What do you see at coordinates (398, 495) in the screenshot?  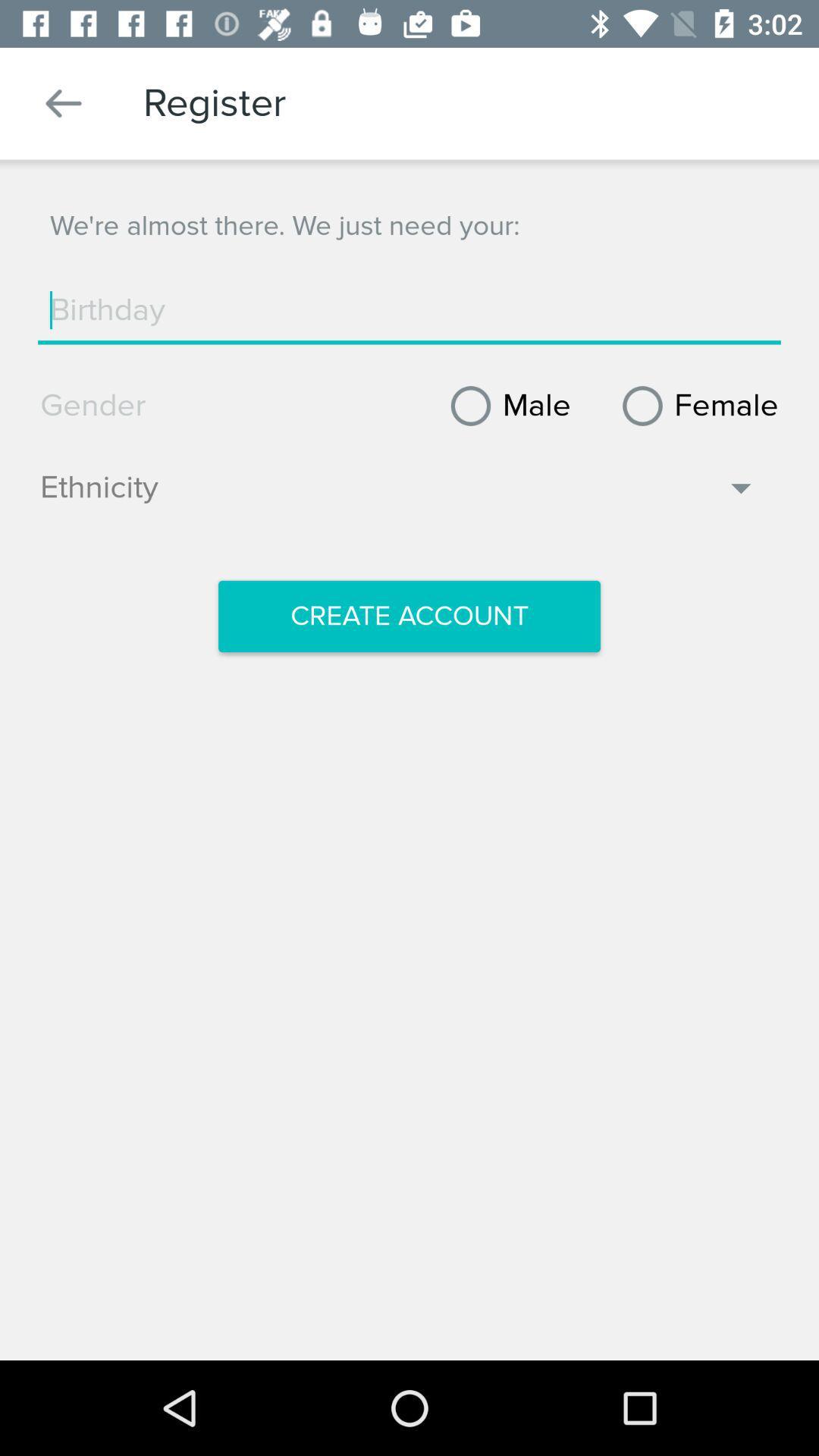 I see `your ethnicity` at bounding box center [398, 495].